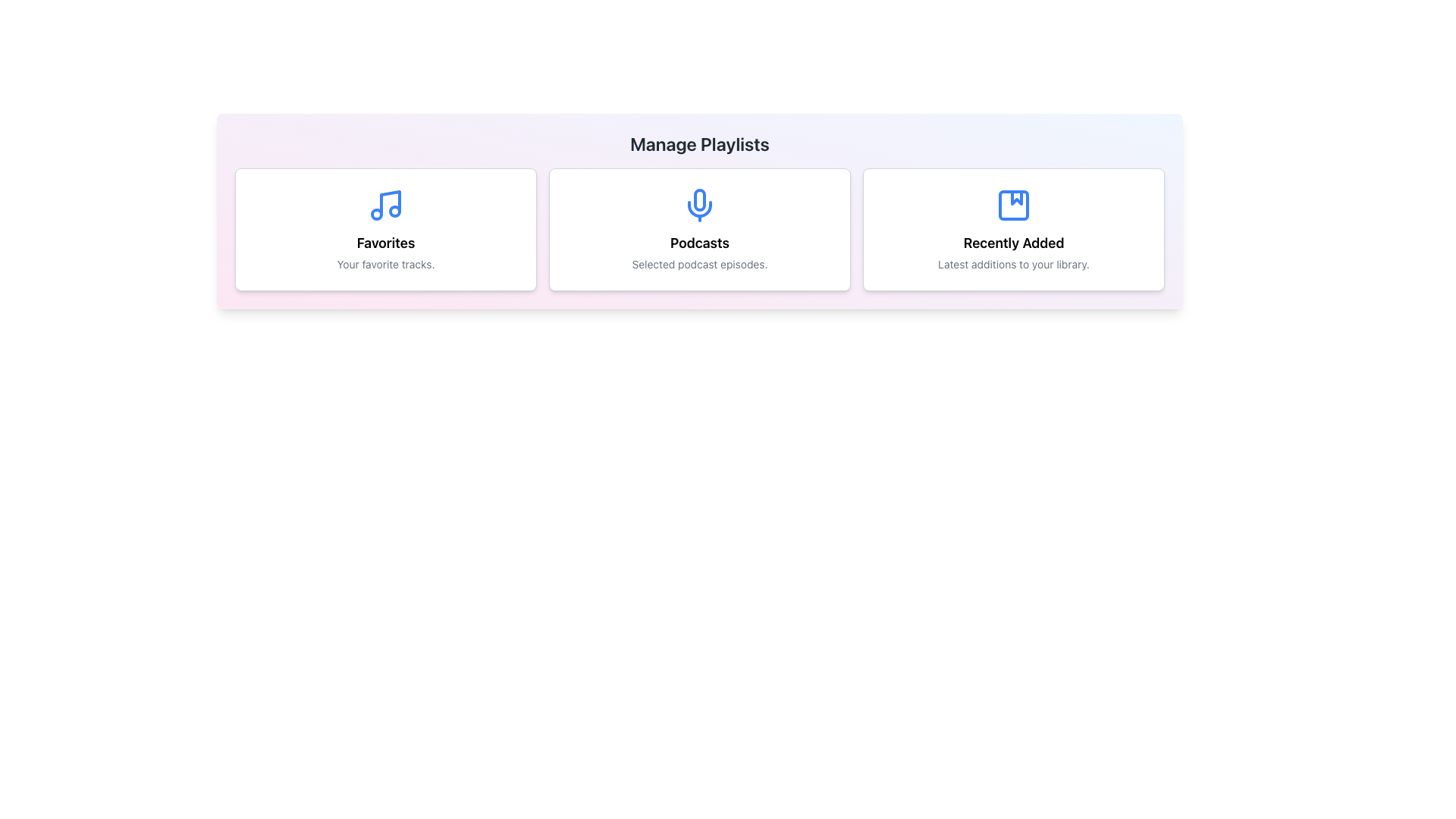 The image size is (1456, 819). What do you see at coordinates (698, 242) in the screenshot?
I see `text from the label that says 'Podcasts', which is a large, bold, black text centrally aligned in the second column of the layout` at bounding box center [698, 242].